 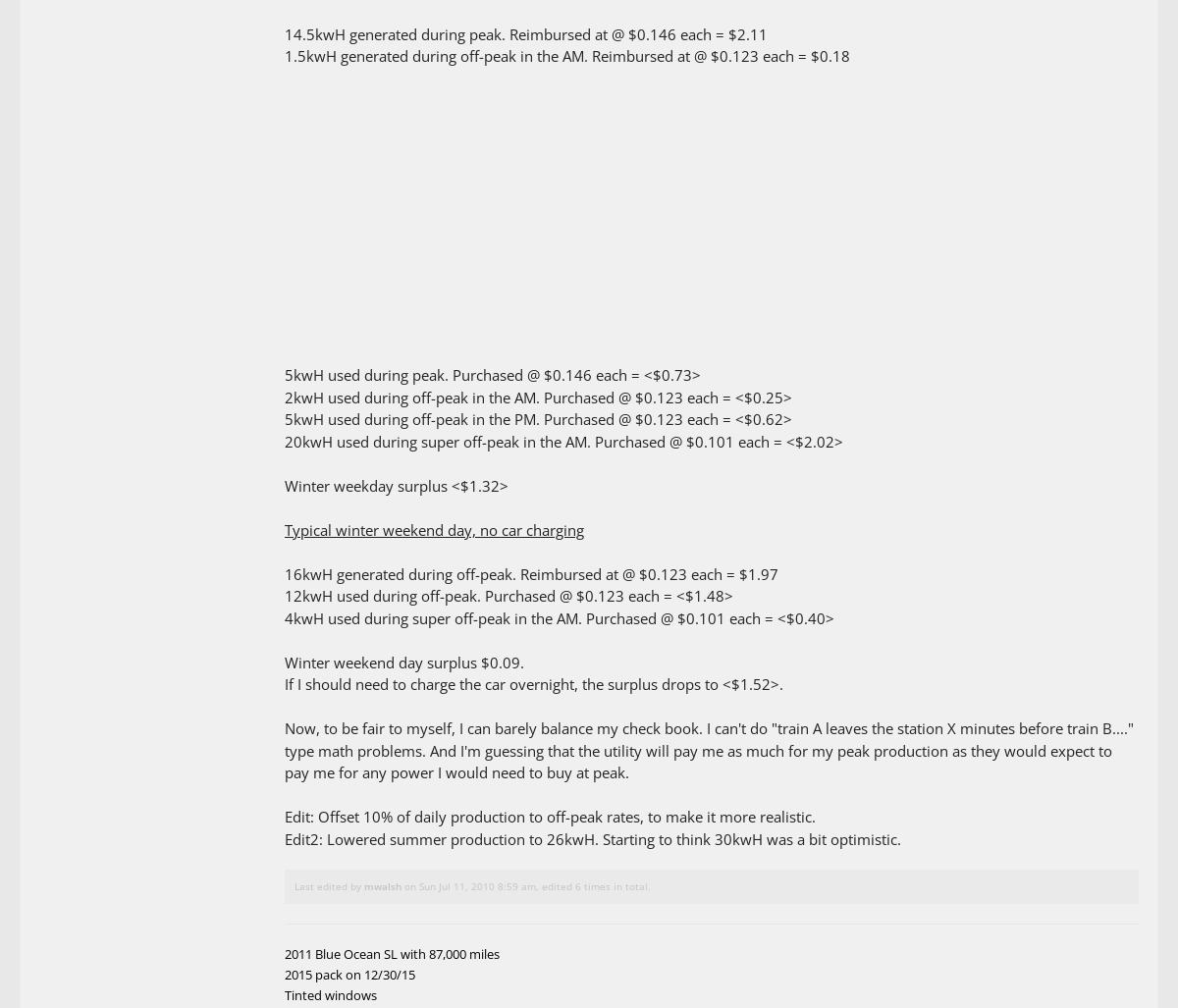 What do you see at coordinates (284, 952) in the screenshot?
I see `'2011 Blue Ocean SL with 87,000 miles'` at bounding box center [284, 952].